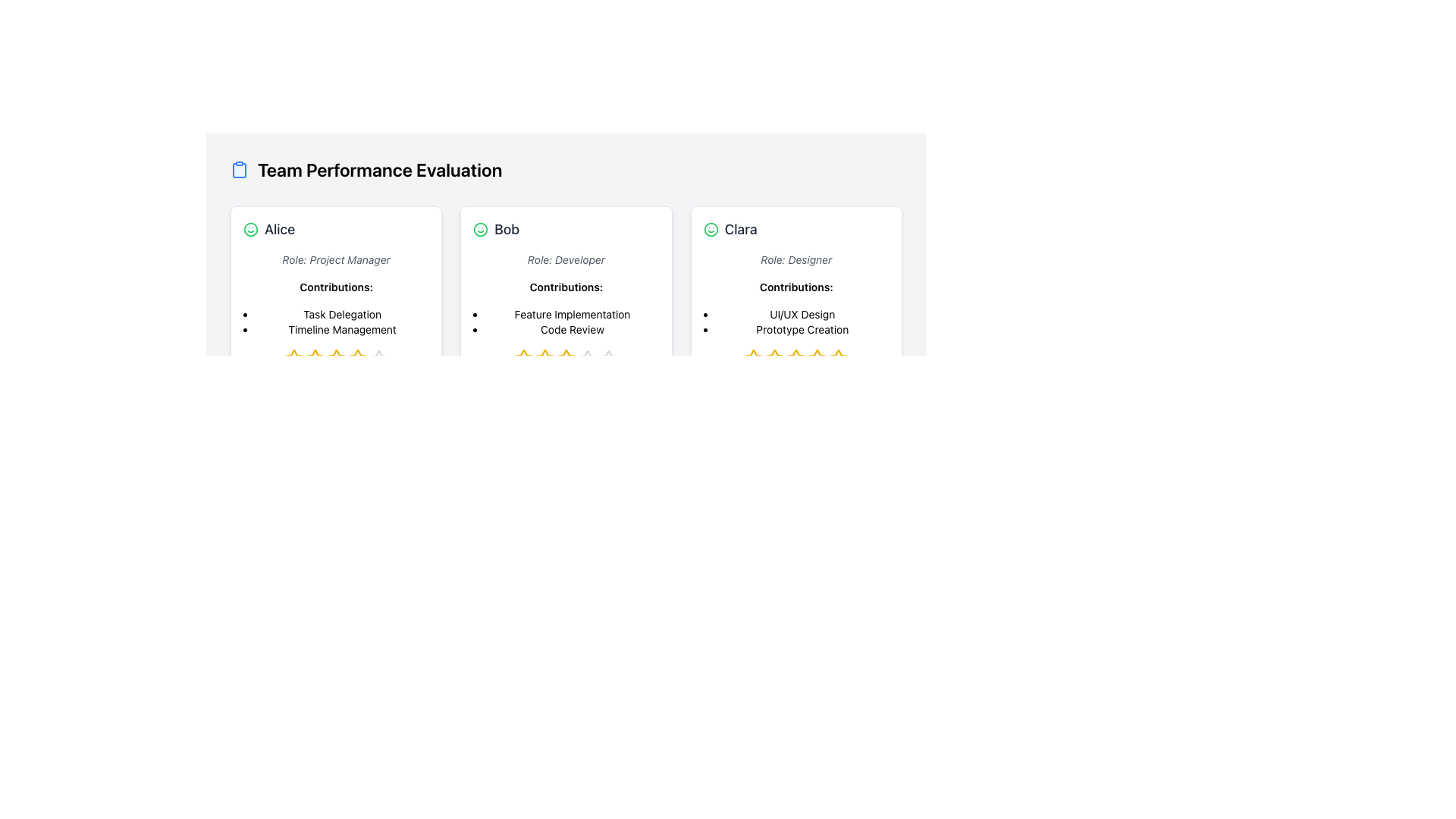  I want to click on the fourth star in the rating system under the 'Contributions' section of the 'Clara' card, so click(775, 358).